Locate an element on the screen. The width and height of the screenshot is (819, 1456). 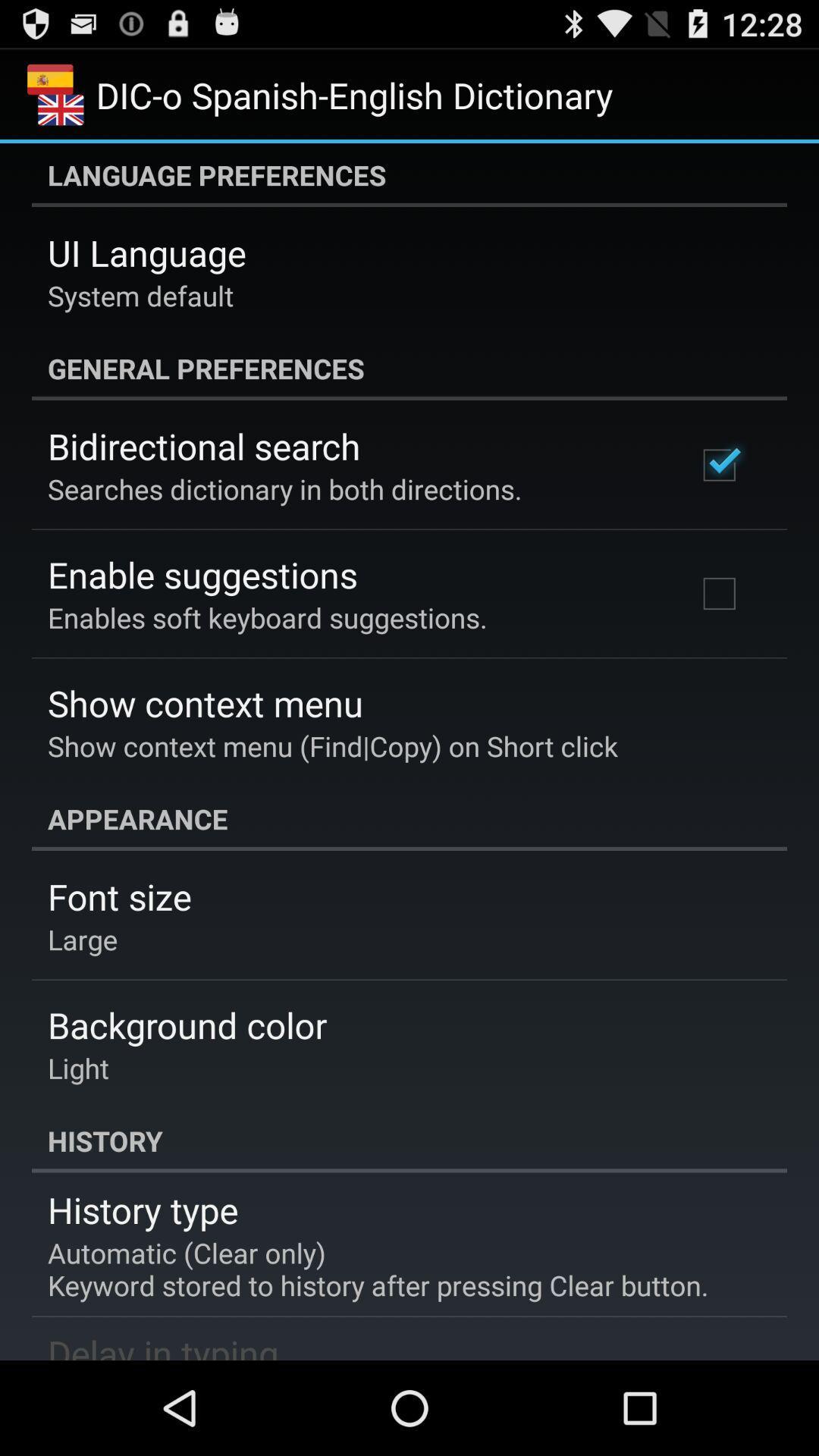
the general preferences icon is located at coordinates (409, 368).